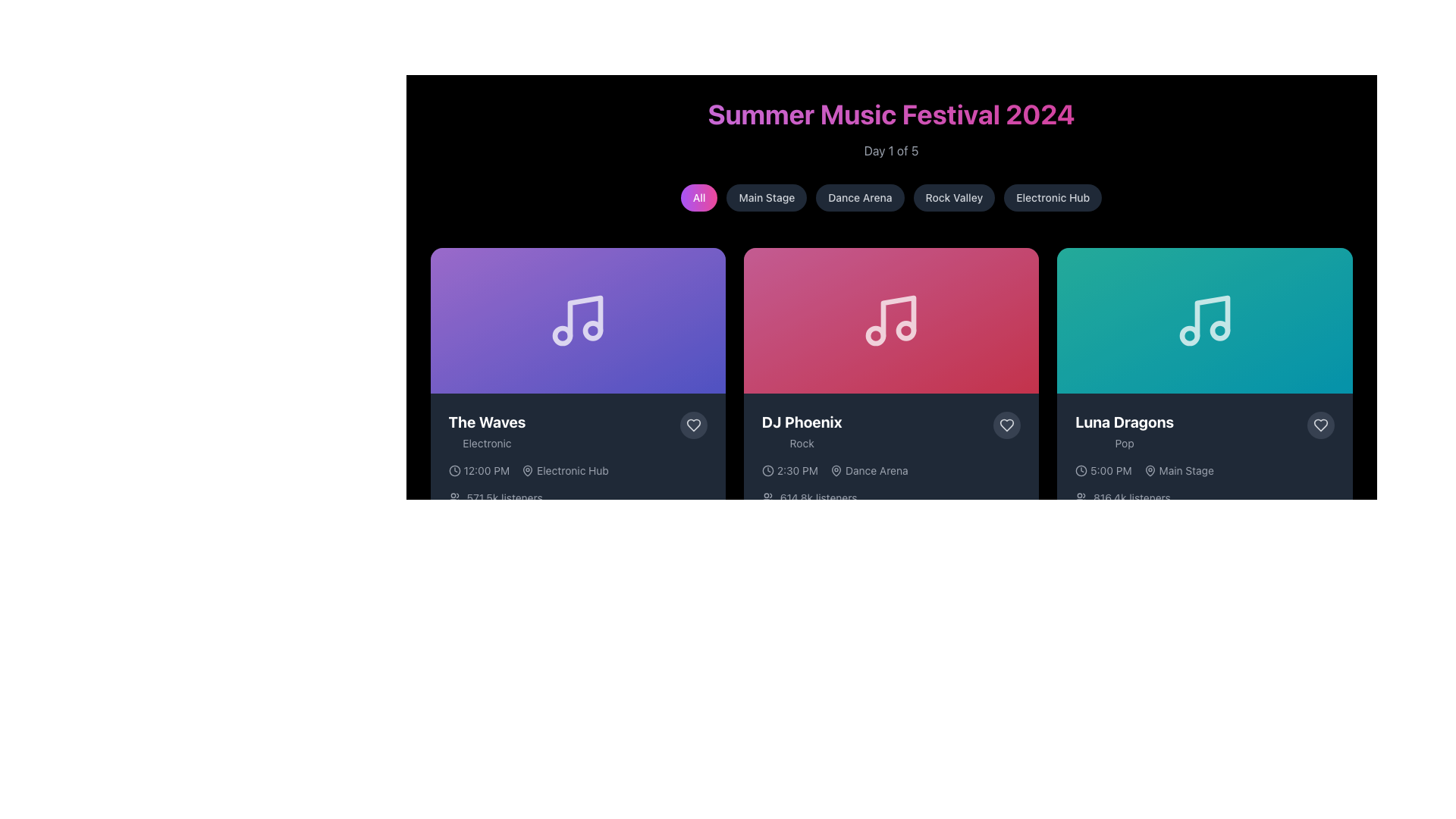  I want to click on the listener count icon located at the bottom-right corner of the third card for 'Luna Dragons', which visually represents the listener metrics alongside the text '816.4k listeners', so click(1081, 497).